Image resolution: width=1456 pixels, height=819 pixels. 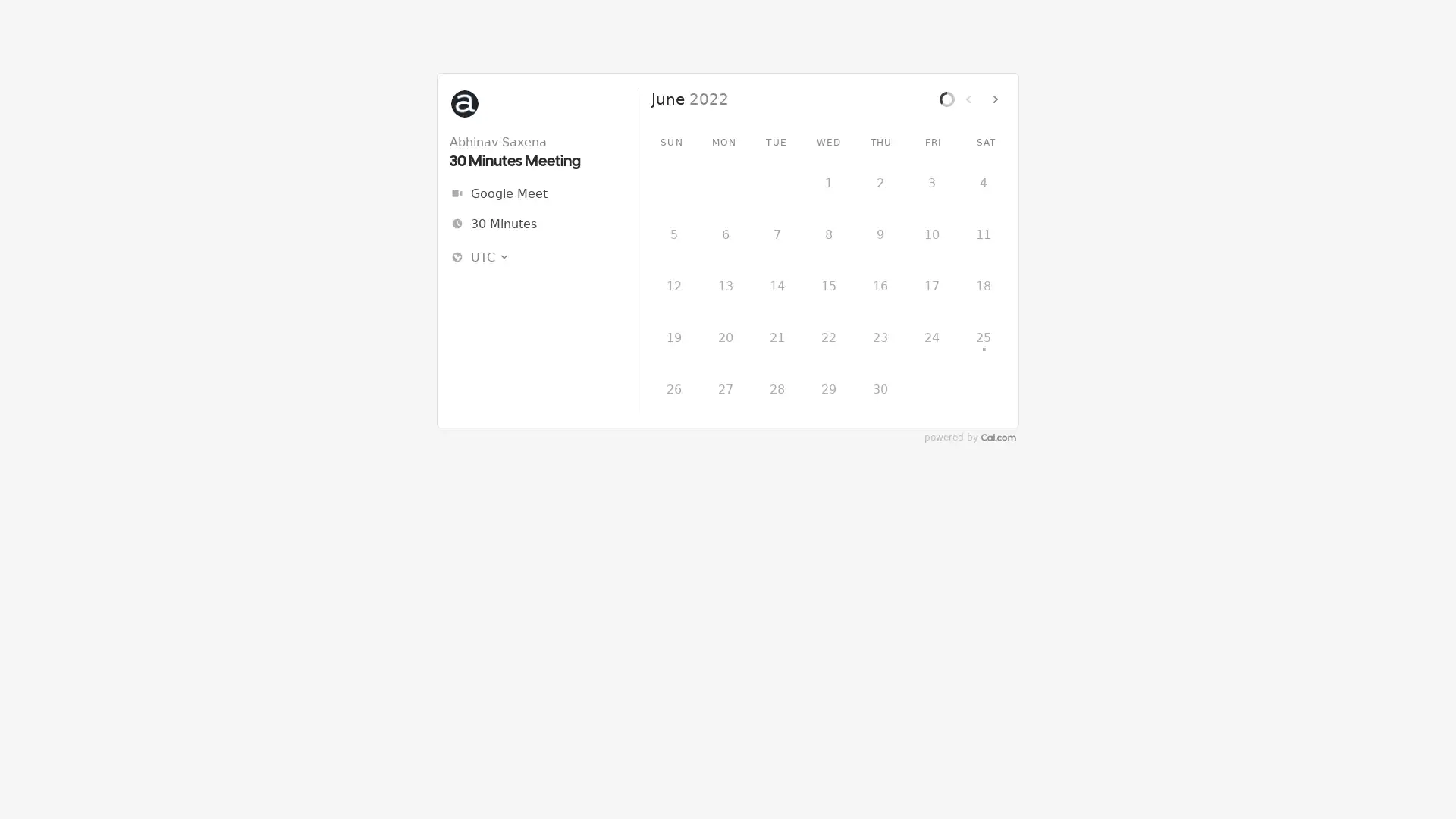 I want to click on 3, so click(x=930, y=182).